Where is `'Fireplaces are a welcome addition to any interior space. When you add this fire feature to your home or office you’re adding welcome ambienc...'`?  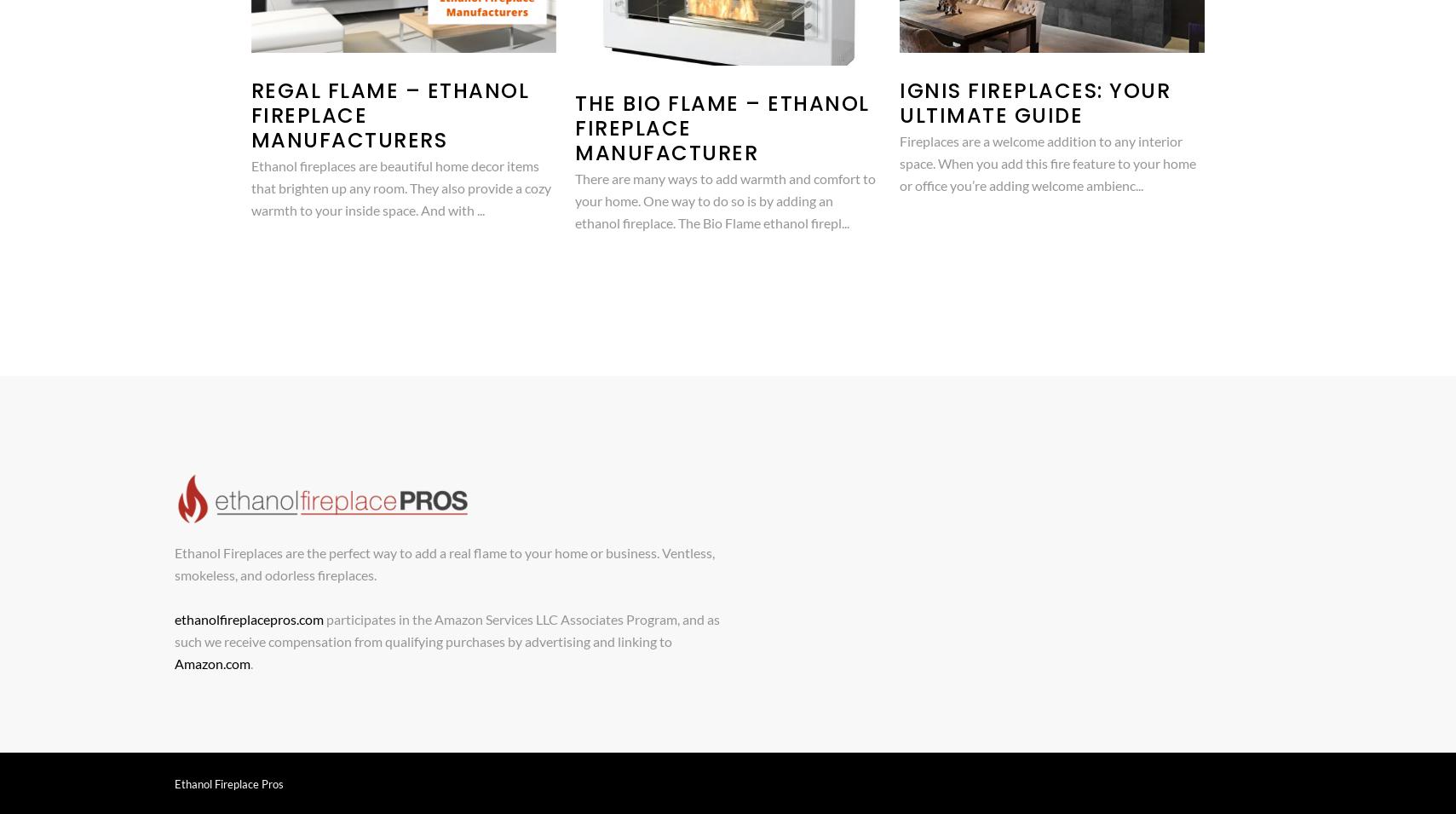 'Fireplaces are a welcome addition to any interior space. When you add this fire feature to your home or office you’re adding welcome ambienc...' is located at coordinates (1047, 162).